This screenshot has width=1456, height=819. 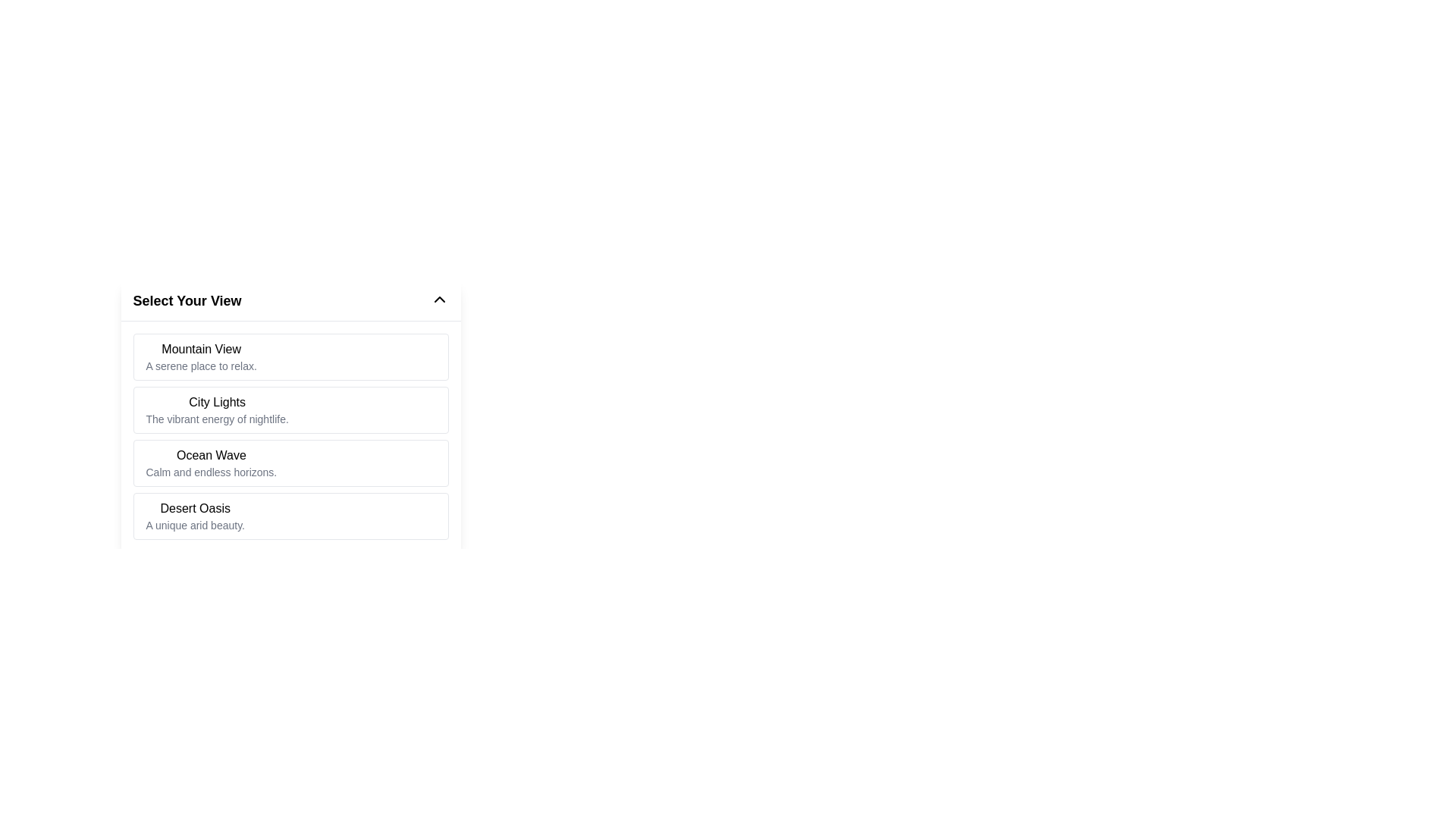 What do you see at coordinates (216, 419) in the screenshot?
I see `the text element displaying 'The vibrant energy of nightlife.' which is styled with a small font size and gray color, positioned below the title 'City Lights' in the selection menu` at bounding box center [216, 419].